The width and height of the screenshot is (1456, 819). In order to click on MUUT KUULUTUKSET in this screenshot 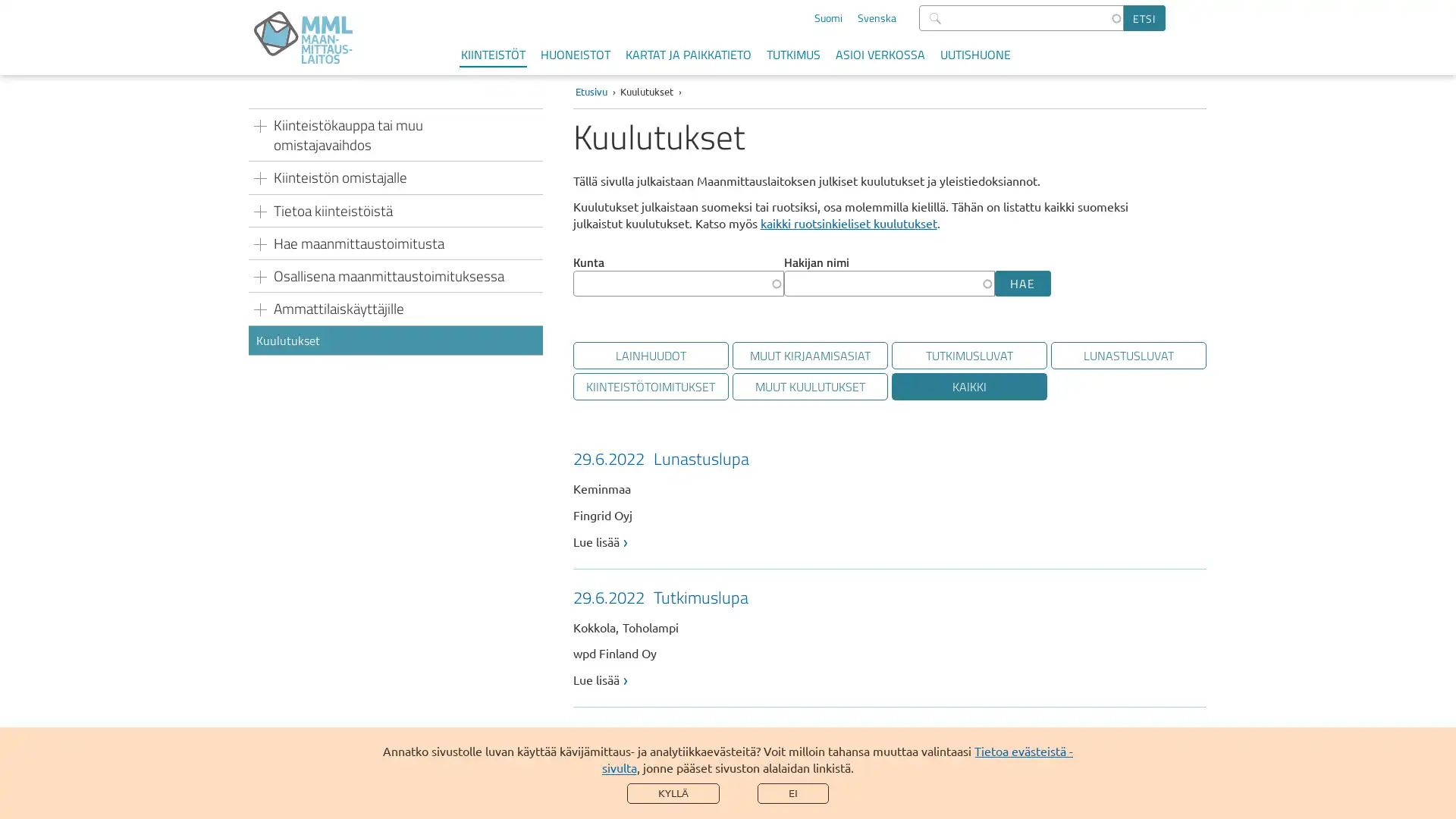, I will do `click(808, 385)`.